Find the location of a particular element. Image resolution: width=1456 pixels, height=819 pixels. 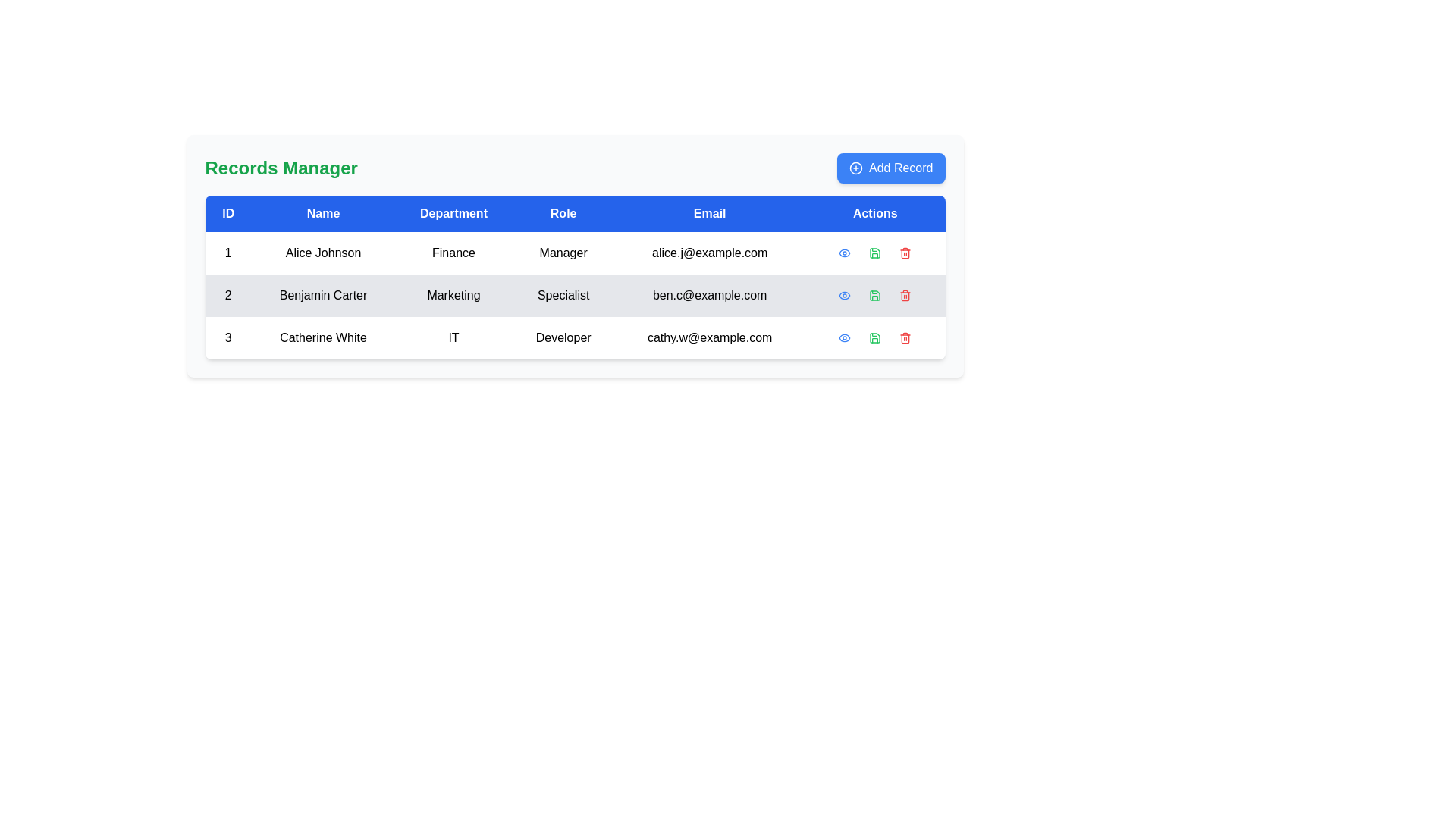

the eye icon in the 'Actions' column of the third row associated with the user 'Catherine White' is located at coordinates (844, 295).